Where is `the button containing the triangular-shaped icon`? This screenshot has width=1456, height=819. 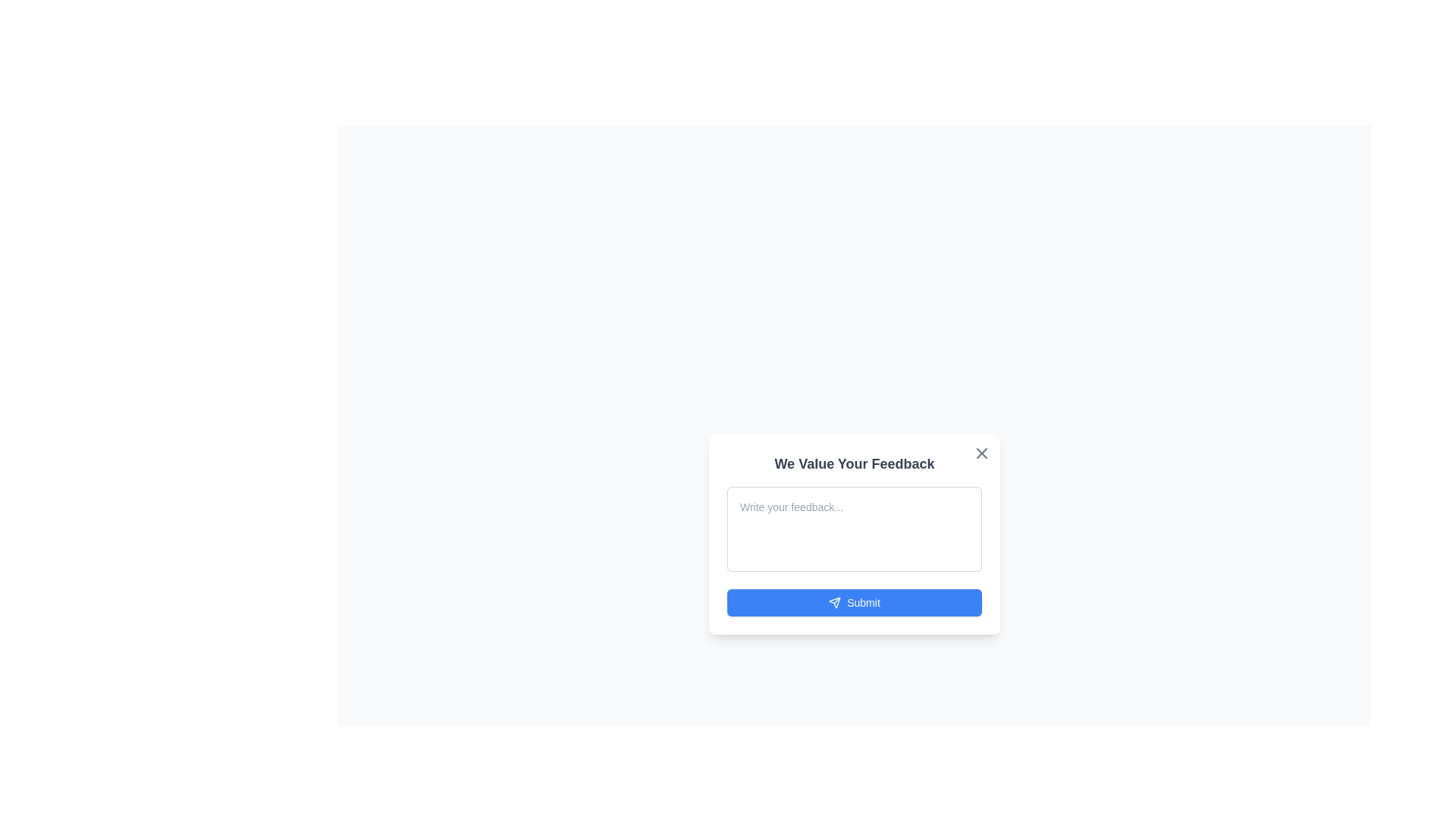
the button containing the triangular-shaped icon is located at coordinates (834, 601).